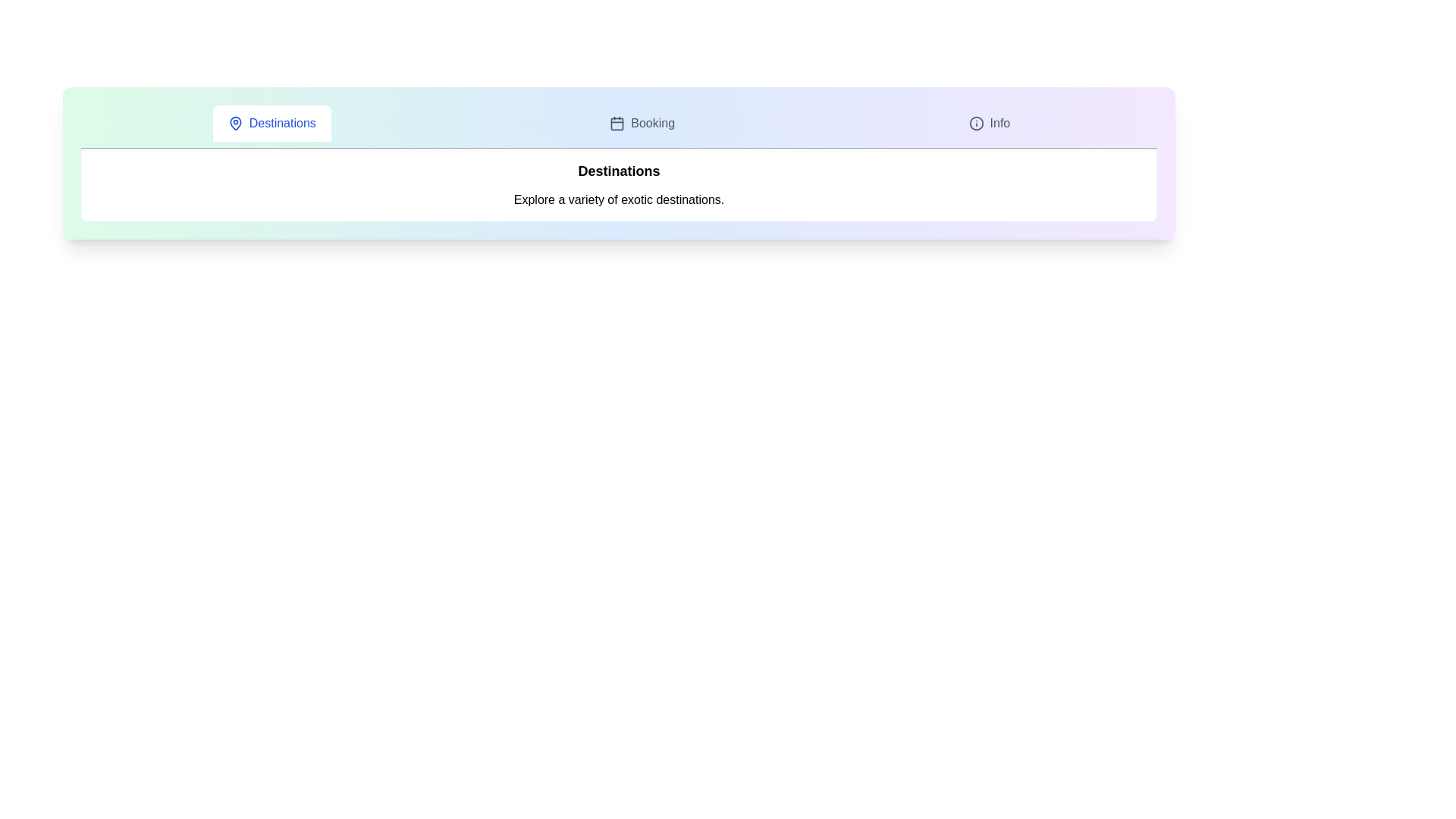 The image size is (1456, 819). I want to click on the tab Booking to view its hover effect, so click(642, 122).